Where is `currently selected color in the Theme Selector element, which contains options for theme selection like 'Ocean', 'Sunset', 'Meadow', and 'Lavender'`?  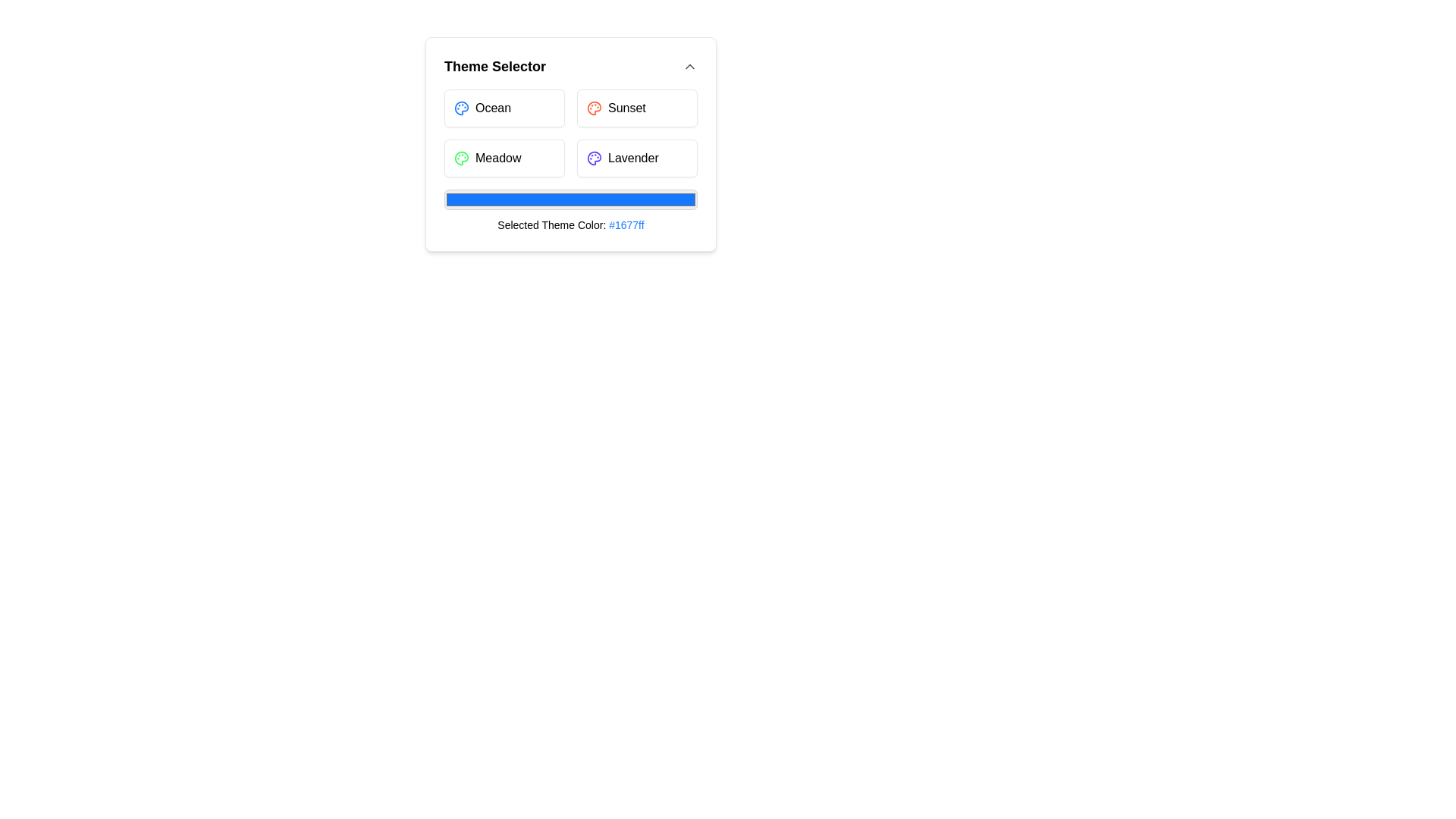 currently selected color in the Theme Selector element, which contains options for theme selection like 'Ocean', 'Sunset', 'Meadow', and 'Lavender' is located at coordinates (570, 161).